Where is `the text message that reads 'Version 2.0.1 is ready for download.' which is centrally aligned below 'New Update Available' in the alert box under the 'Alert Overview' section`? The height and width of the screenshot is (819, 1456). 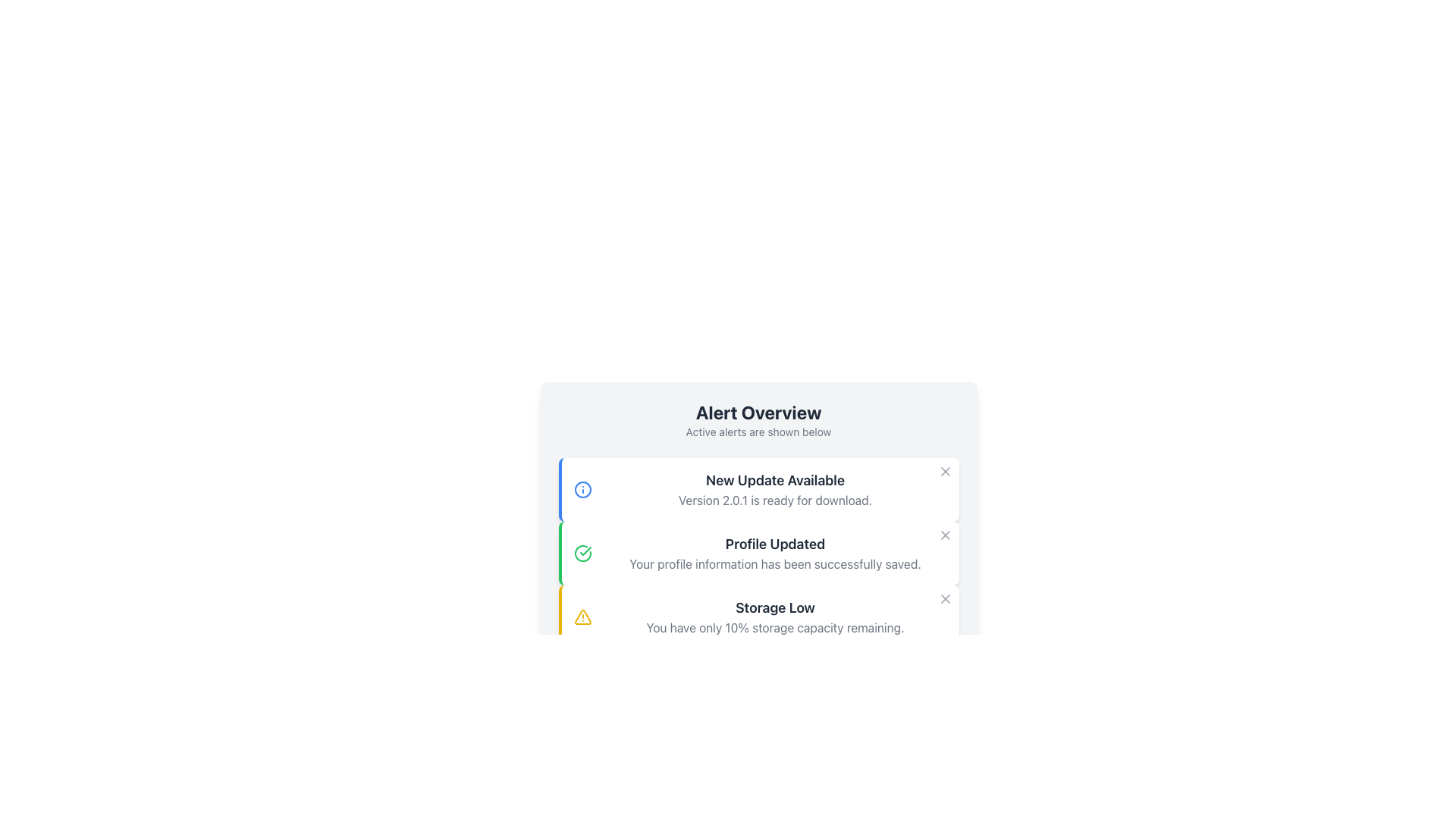 the text message that reads 'Version 2.0.1 is ready for download.' which is centrally aligned below 'New Update Available' in the alert box under the 'Alert Overview' section is located at coordinates (775, 500).